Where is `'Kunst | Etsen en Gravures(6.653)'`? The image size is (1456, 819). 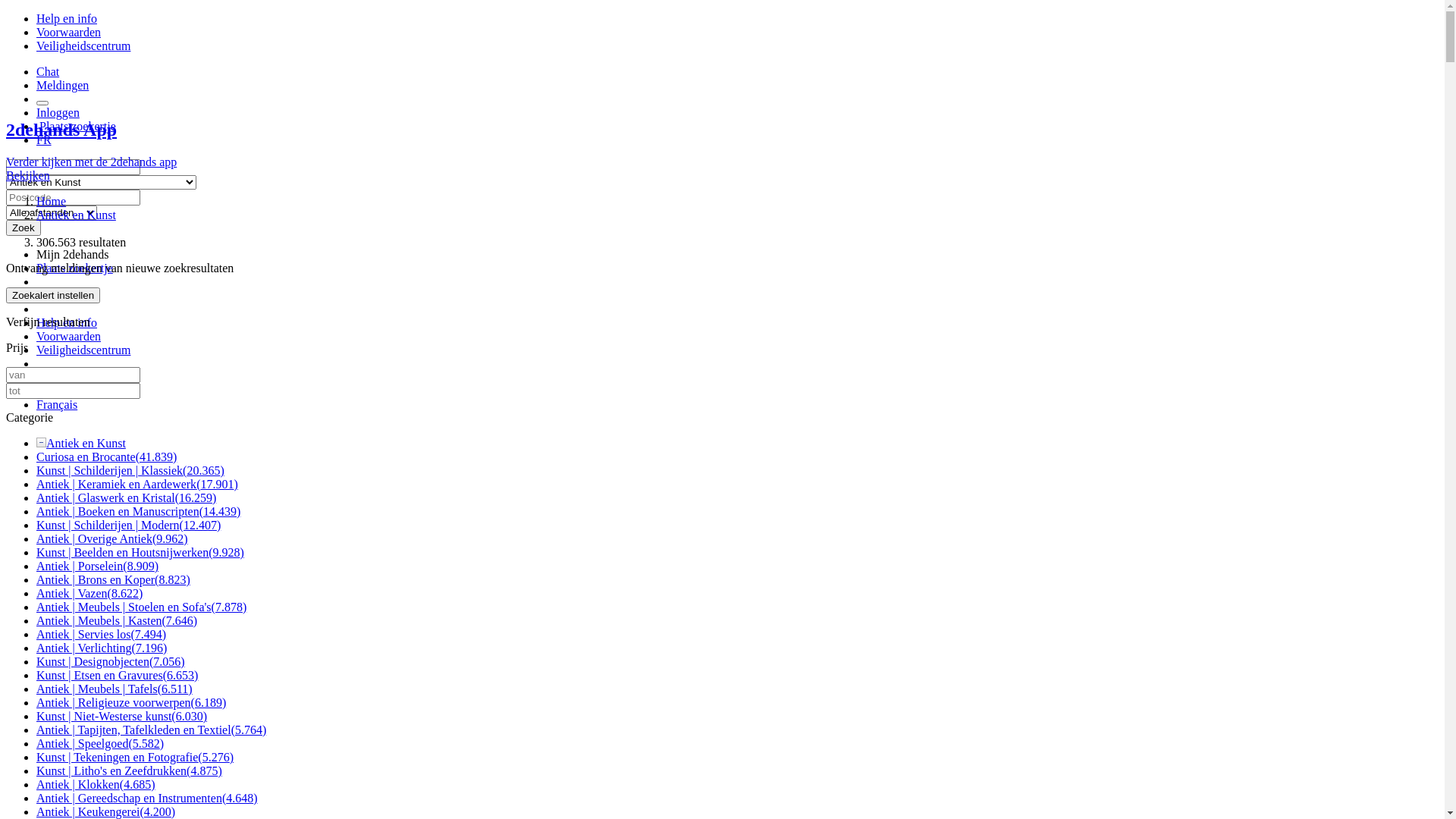 'Kunst | Etsen en Gravures(6.653)' is located at coordinates (36, 674).